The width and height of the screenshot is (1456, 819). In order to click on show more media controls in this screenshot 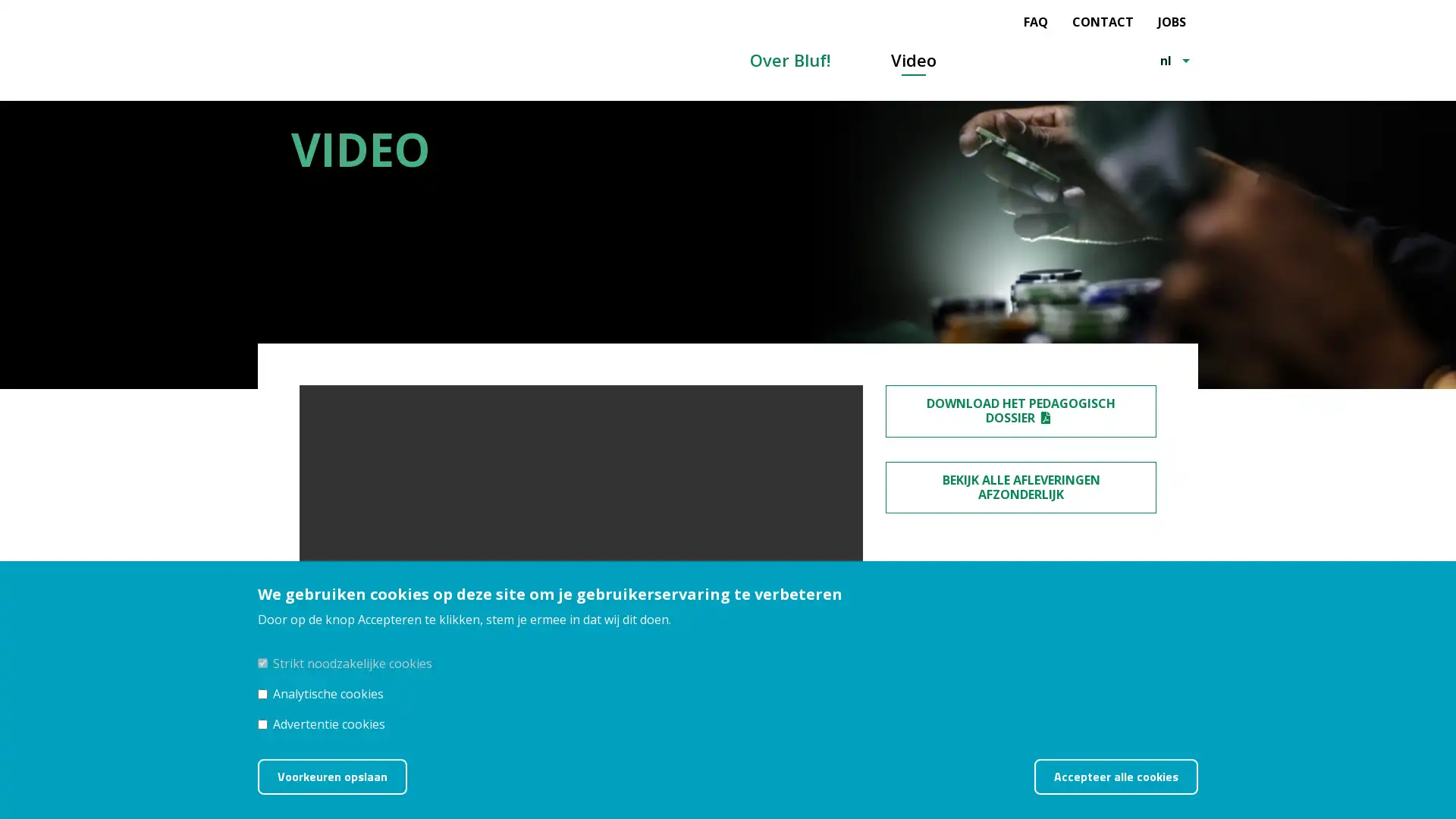, I will do `click(843, 629)`.